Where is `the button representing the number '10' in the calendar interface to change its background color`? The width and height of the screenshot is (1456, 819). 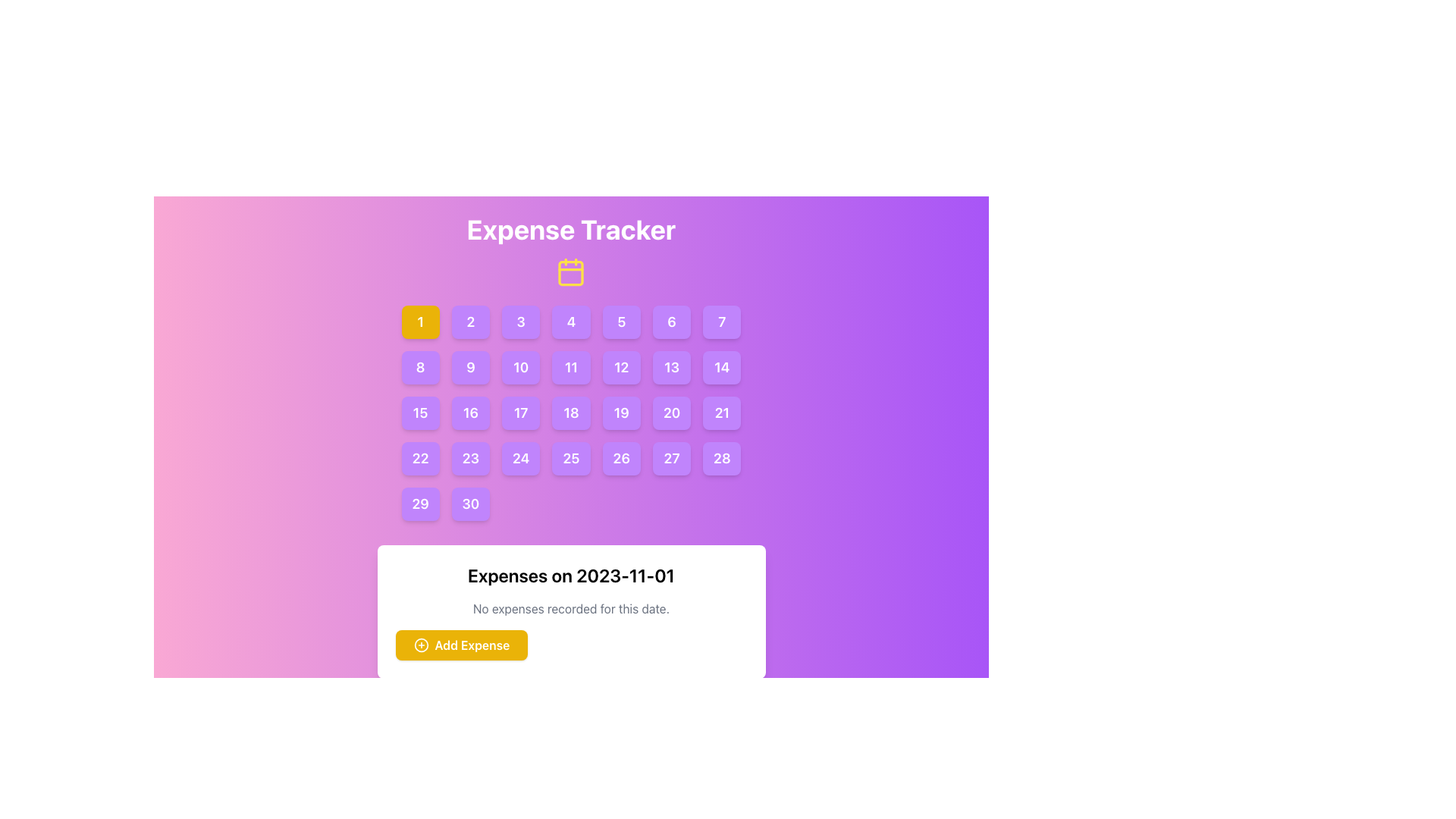 the button representing the number '10' in the calendar interface to change its background color is located at coordinates (521, 368).